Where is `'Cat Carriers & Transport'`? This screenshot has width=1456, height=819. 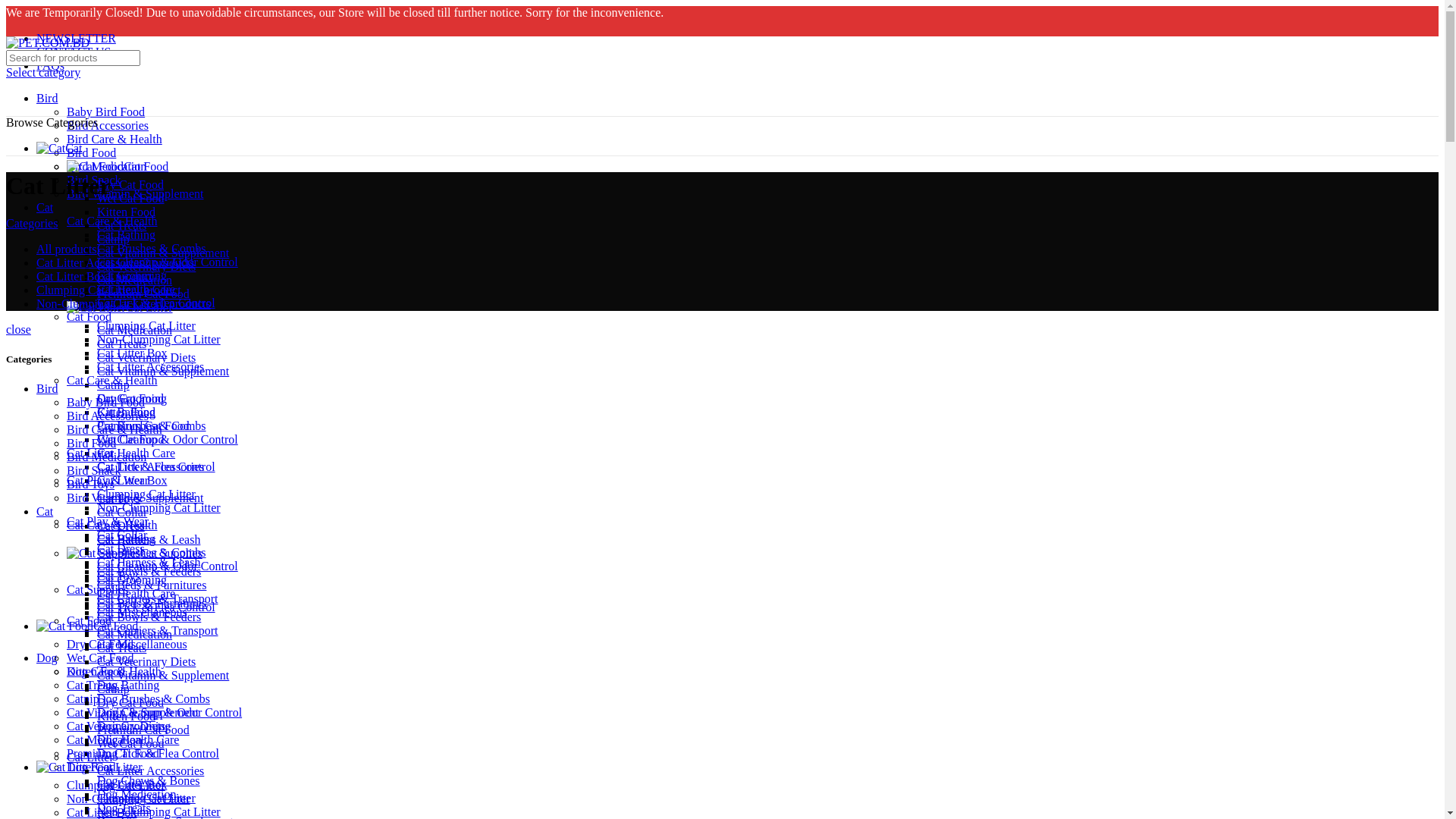 'Cat Carriers & Transport' is located at coordinates (96, 630).